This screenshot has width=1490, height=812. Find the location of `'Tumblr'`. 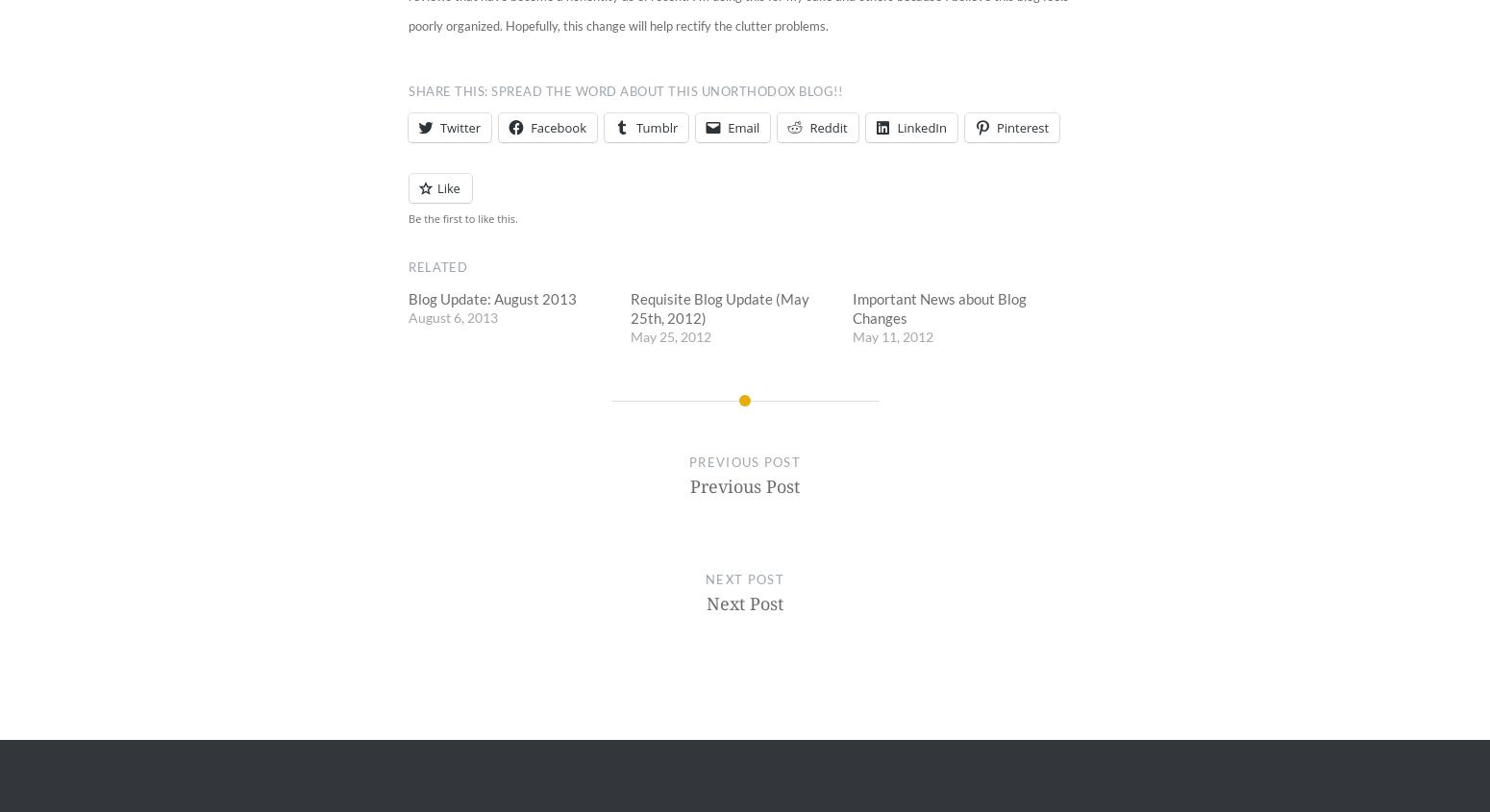

'Tumblr' is located at coordinates (635, 128).